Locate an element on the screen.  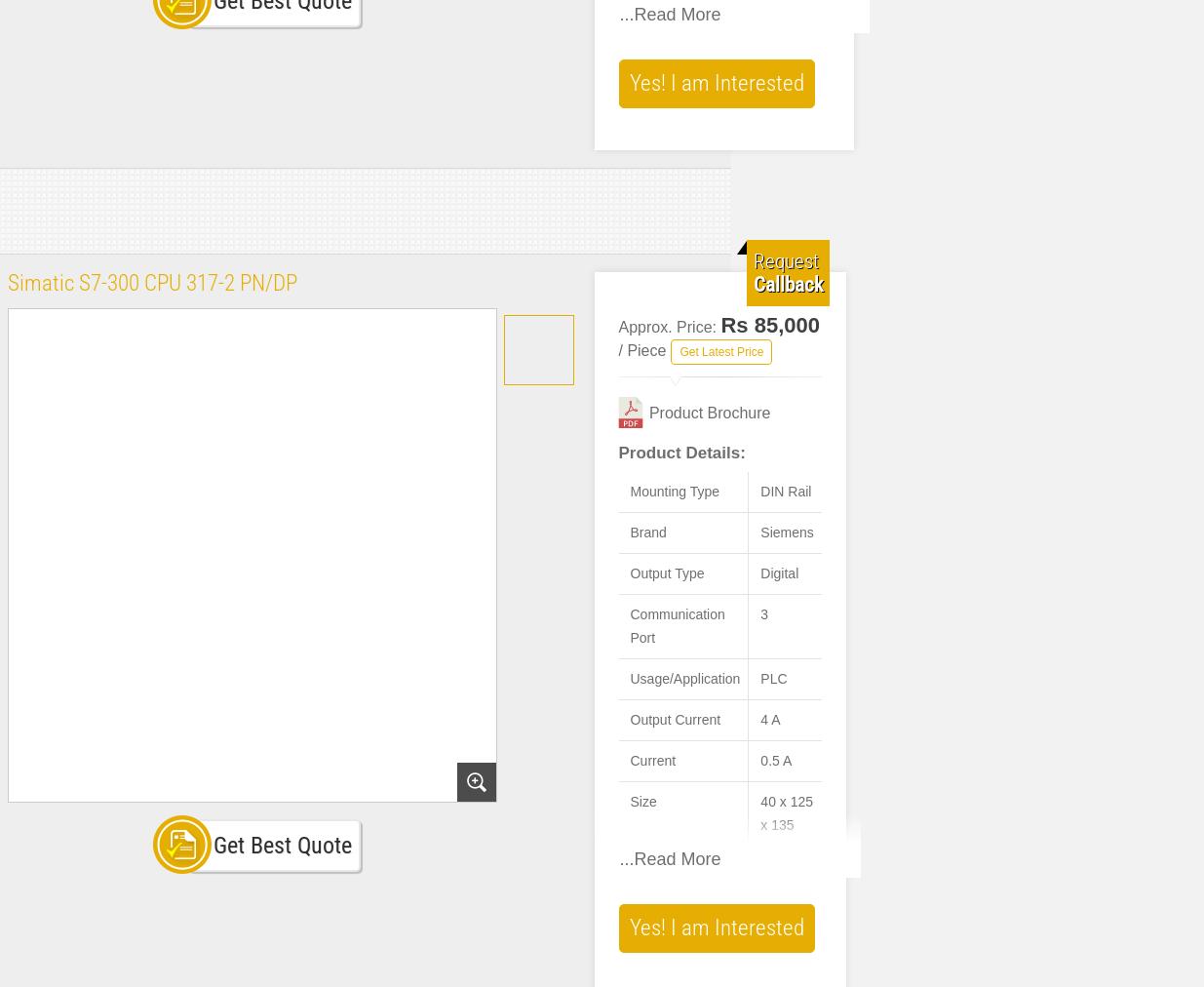
'3' is located at coordinates (763, 612).